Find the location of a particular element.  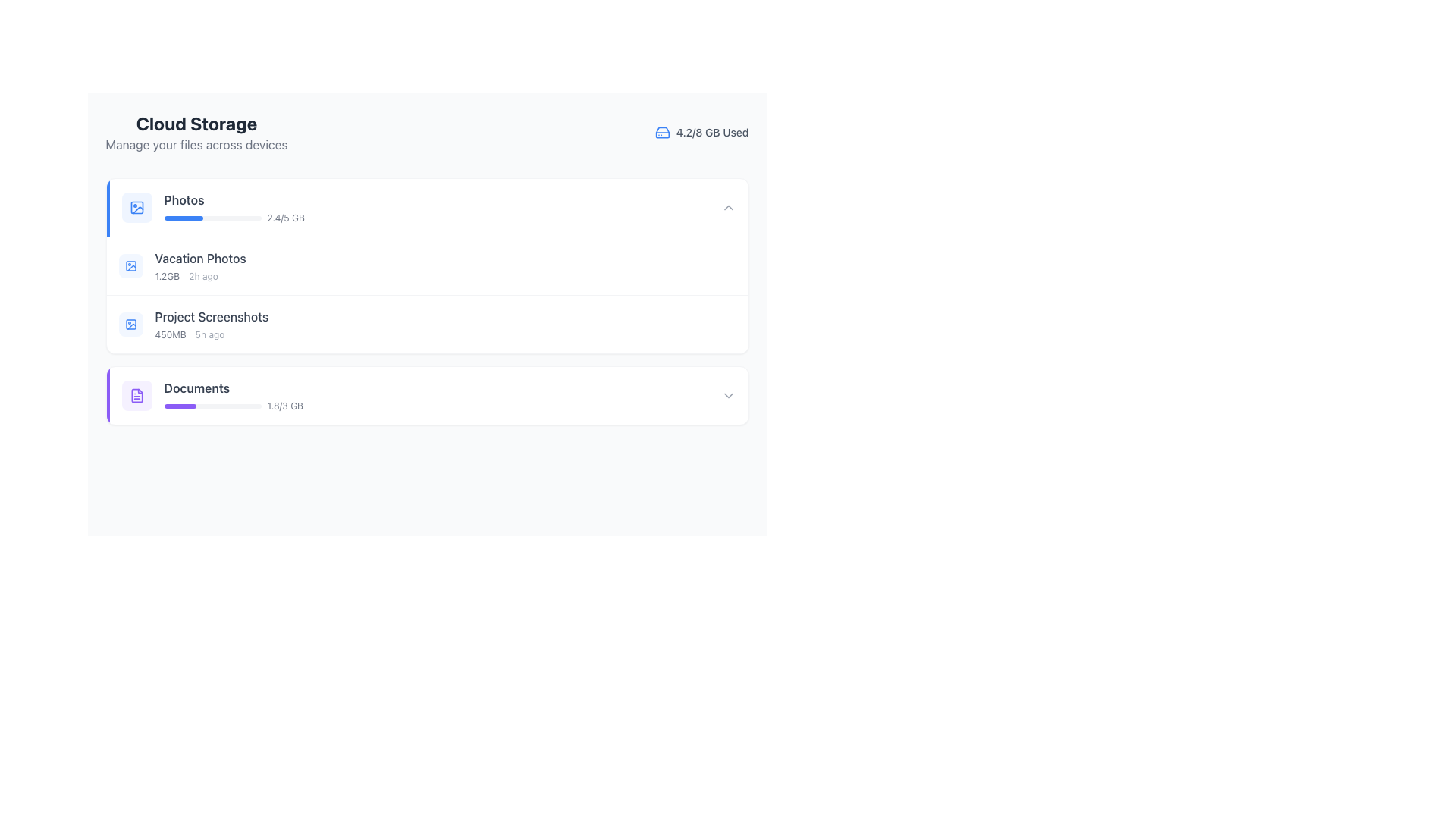

to select the interactive list item representing a specific folder or file in the cloud storage interface, which is the third item in the vertical list located between 'Vacation Photos' and 'Documents' is located at coordinates (192, 324).